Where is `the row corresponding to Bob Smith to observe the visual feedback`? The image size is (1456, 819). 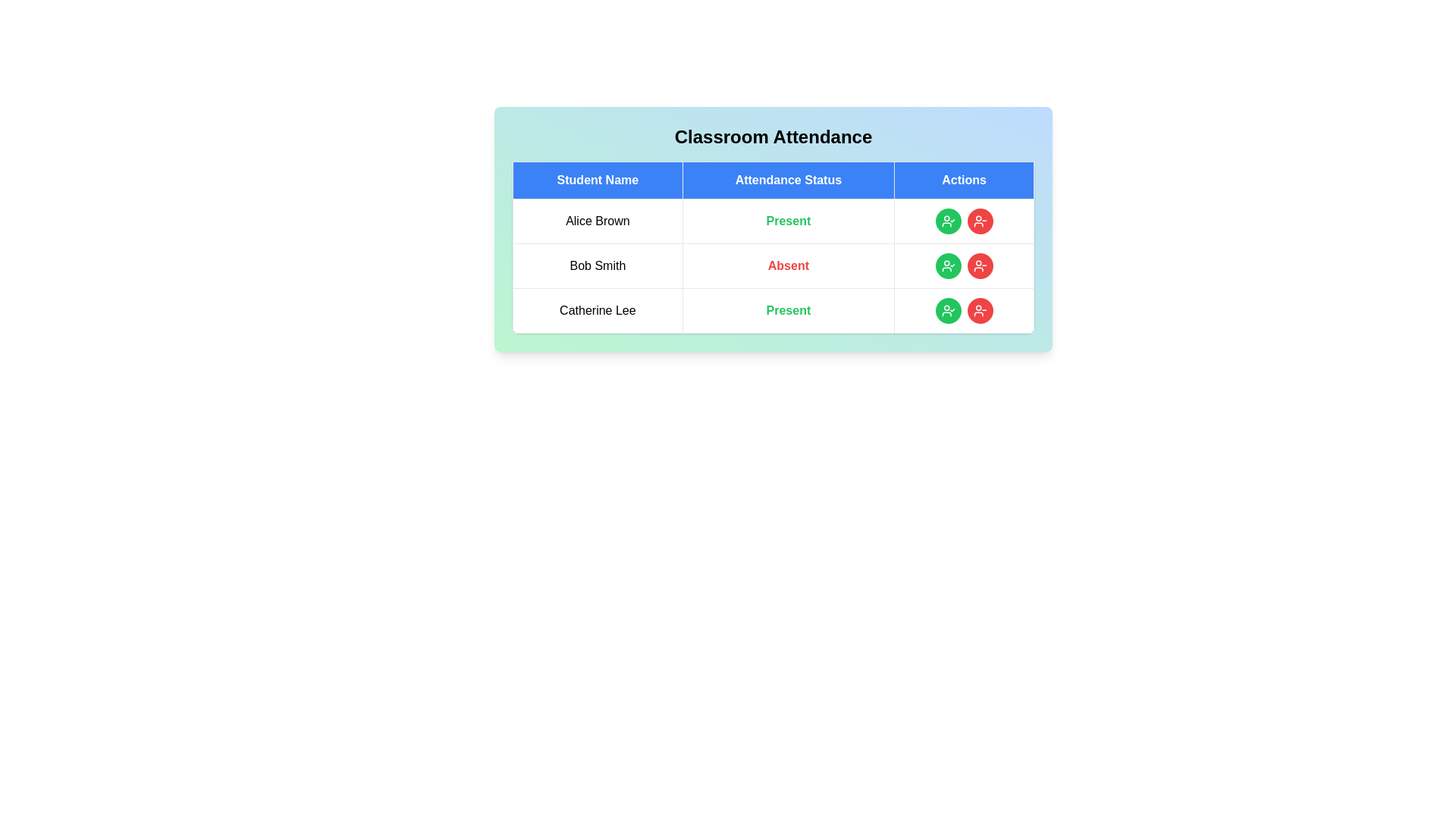
the row corresponding to Bob Smith to observe the visual feedback is located at coordinates (773, 265).